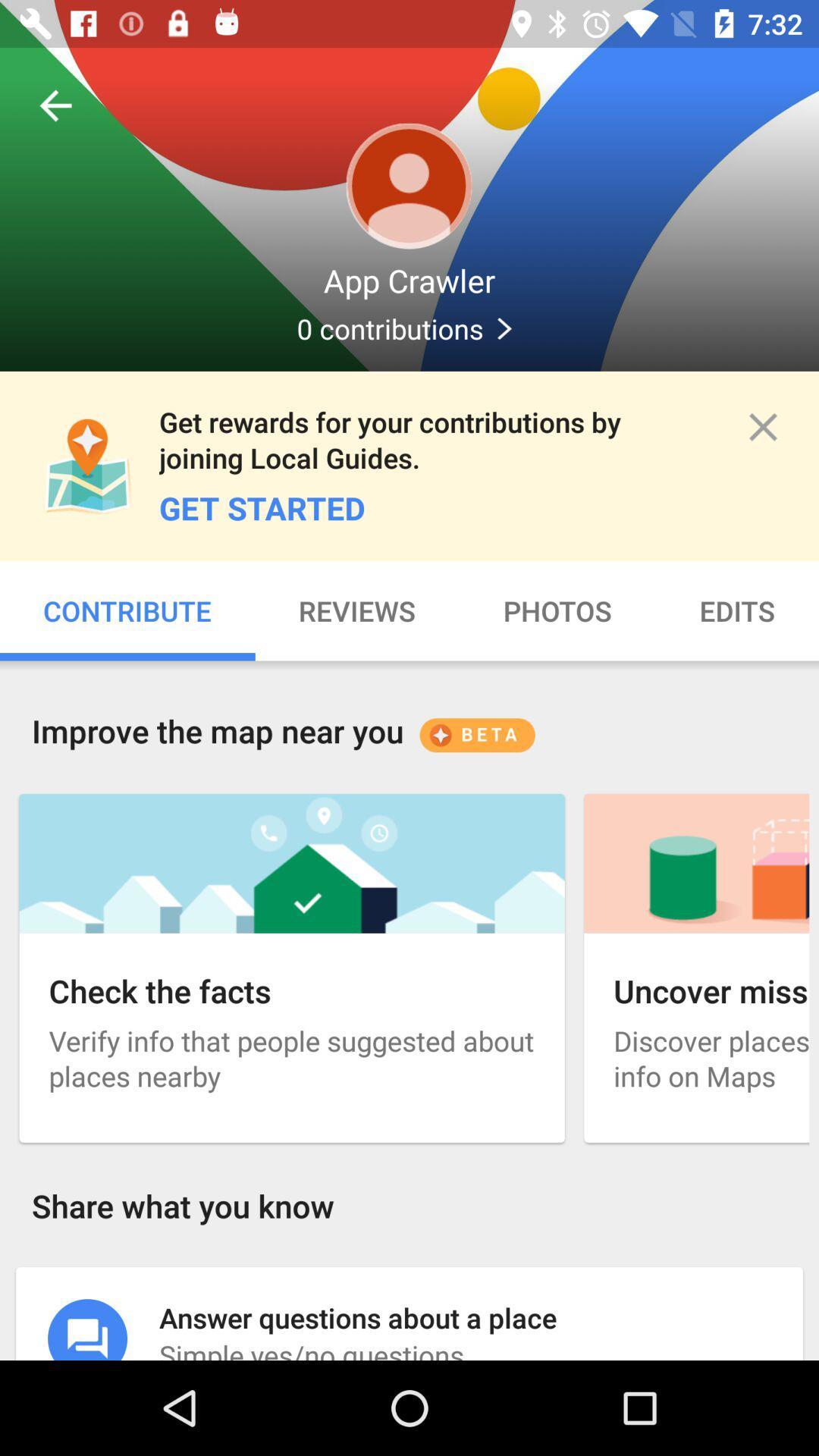  Describe the element at coordinates (736, 610) in the screenshot. I see `app next to photos item` at that location.